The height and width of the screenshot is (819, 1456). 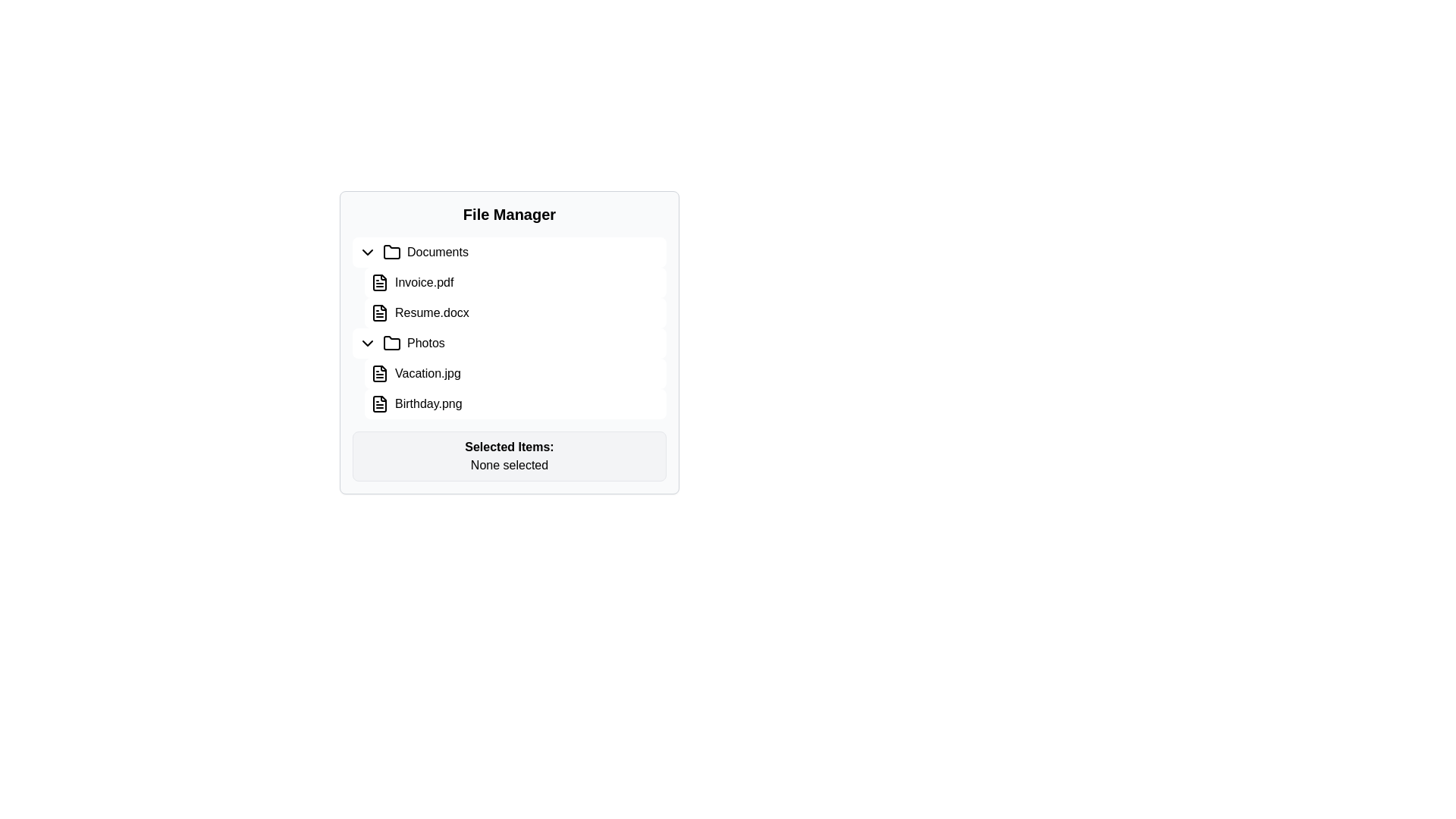 I want to click on the file icon representing 'Invoice.pdf' located in the 'Documents' folder, so click(x=379, y=283).